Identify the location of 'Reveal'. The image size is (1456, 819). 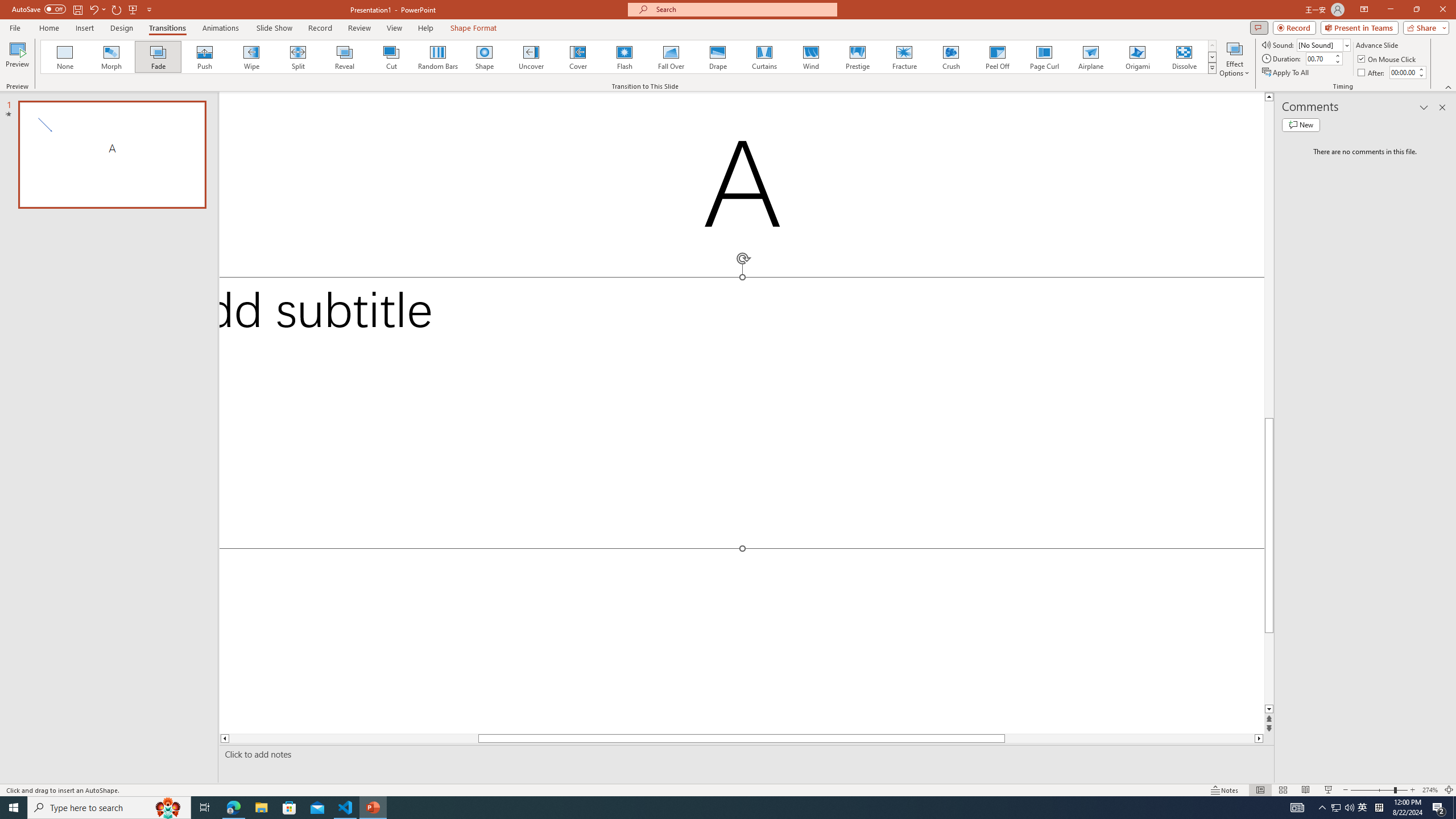
(345, 56).